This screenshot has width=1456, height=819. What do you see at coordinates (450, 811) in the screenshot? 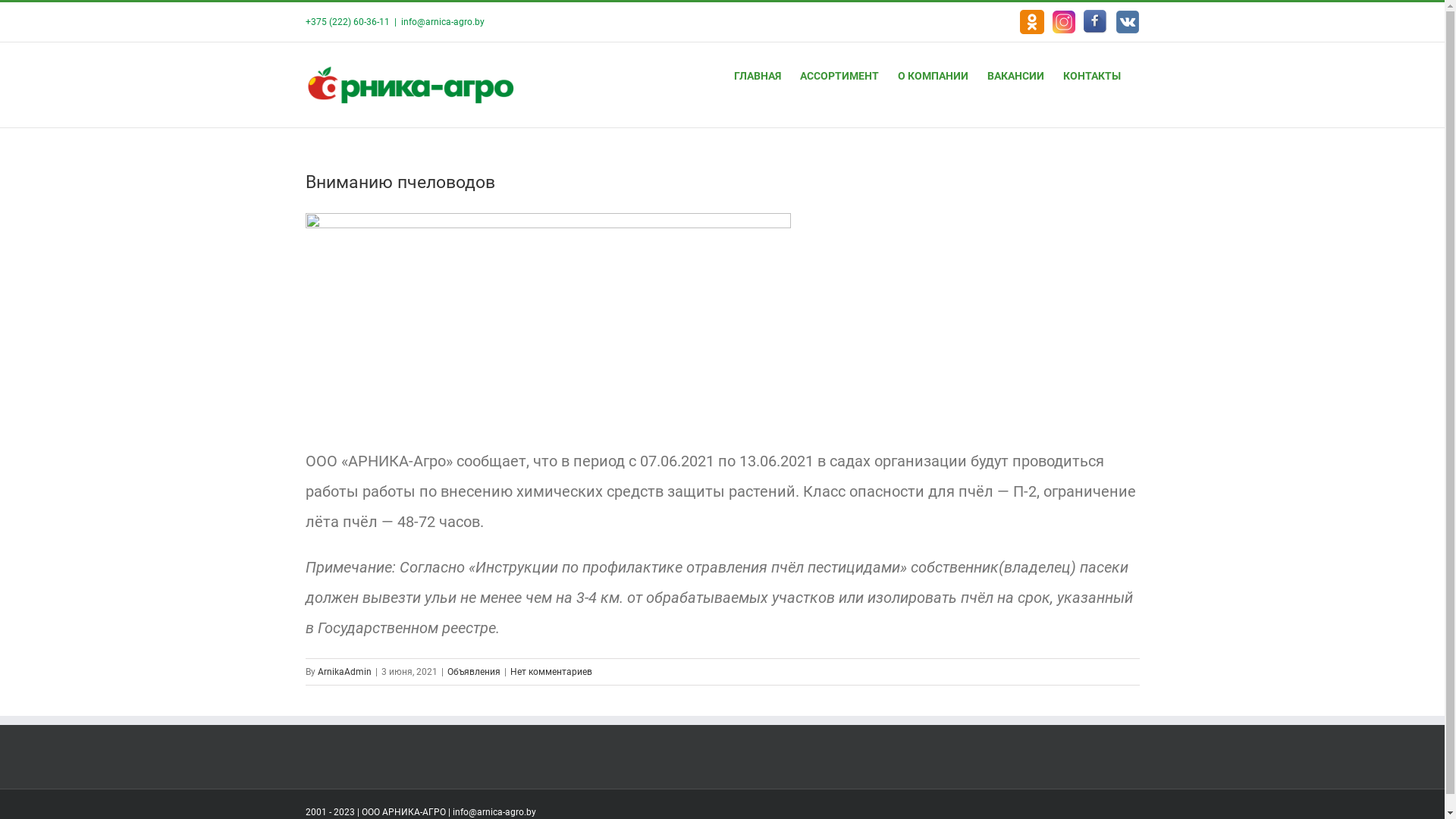
I see `'info@arnica-agro.by'` at bounding box center [450, 811].